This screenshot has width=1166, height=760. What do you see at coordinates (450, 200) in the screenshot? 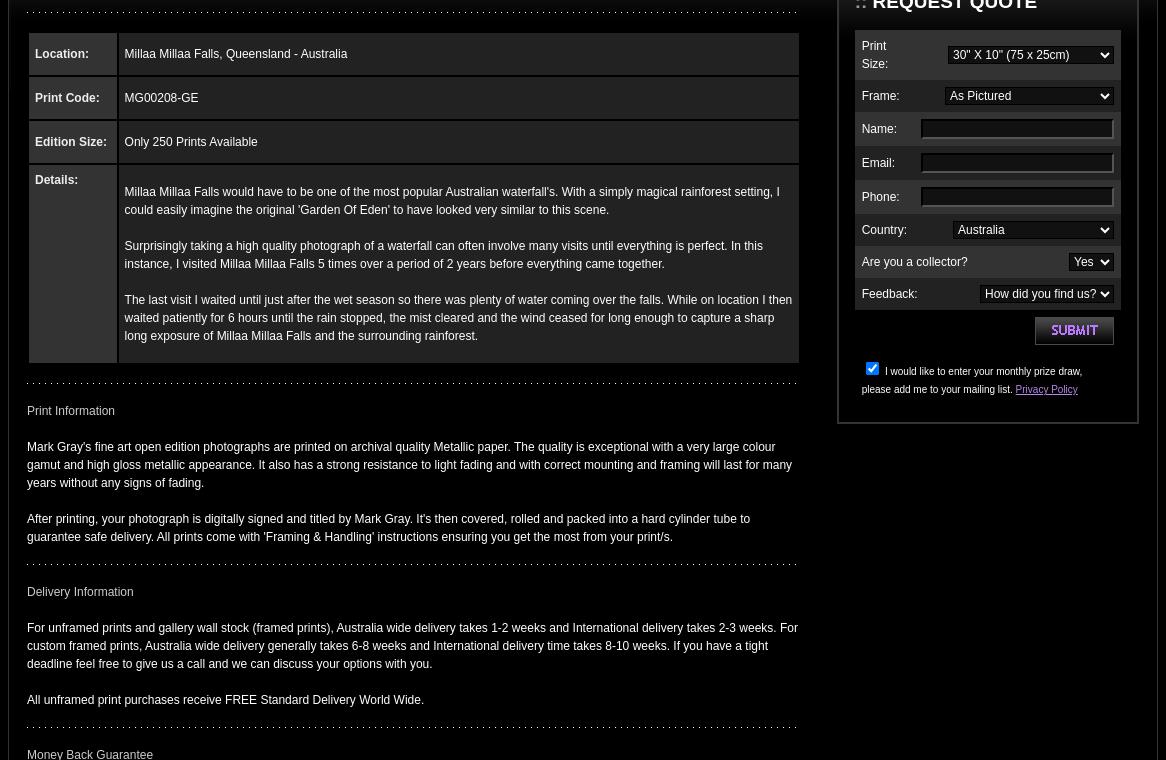
I see `'Millaa Millaa Falls would have to be one of the most popular Australian waterfall's. With a simply magical rainforest setting, I could easily imagine the original 'Garden Of Eden' to have looked very similar to this scene.'` at bounding box center [450, 200].